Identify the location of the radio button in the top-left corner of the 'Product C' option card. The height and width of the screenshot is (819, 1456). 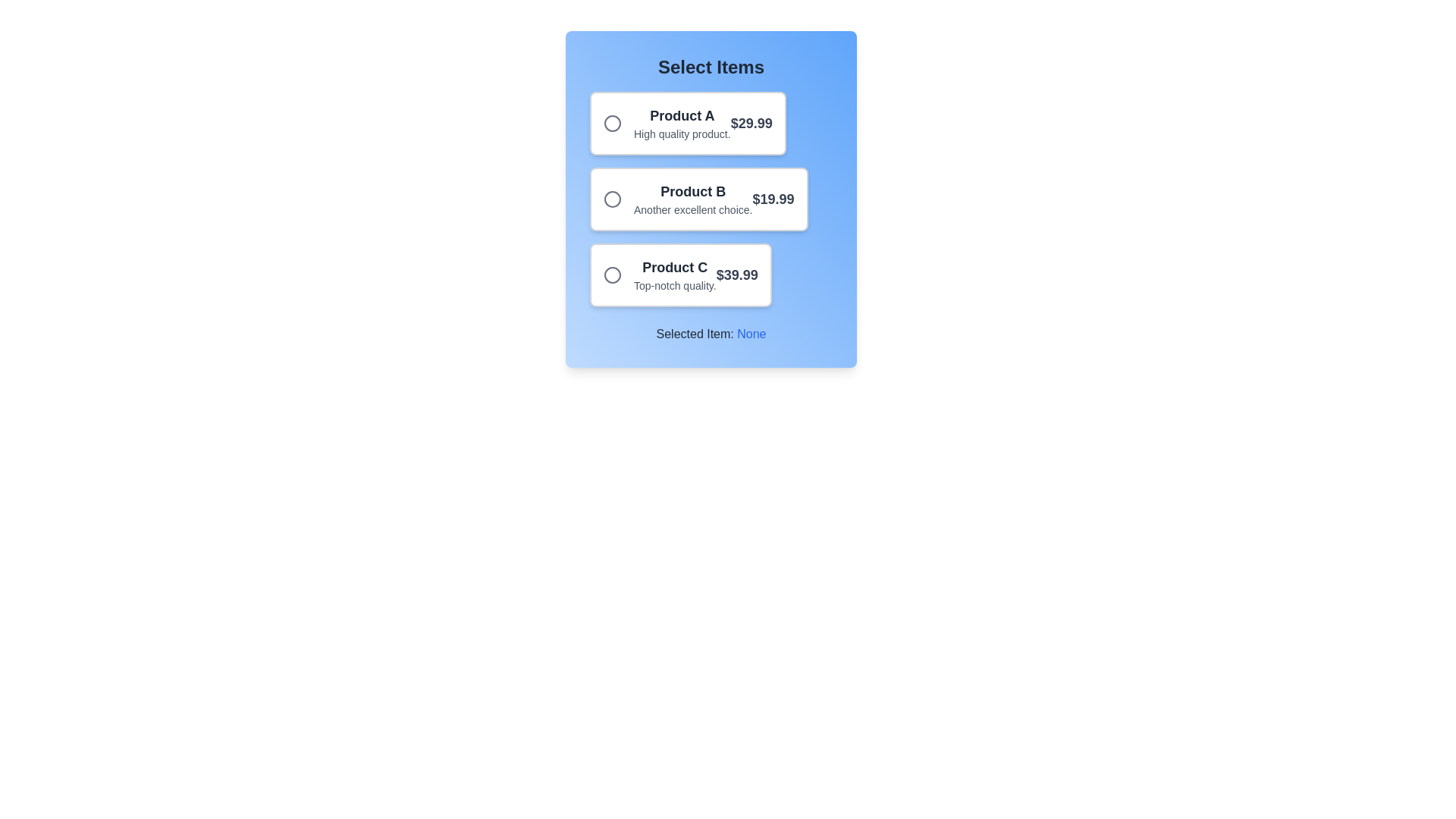
(619, 275).